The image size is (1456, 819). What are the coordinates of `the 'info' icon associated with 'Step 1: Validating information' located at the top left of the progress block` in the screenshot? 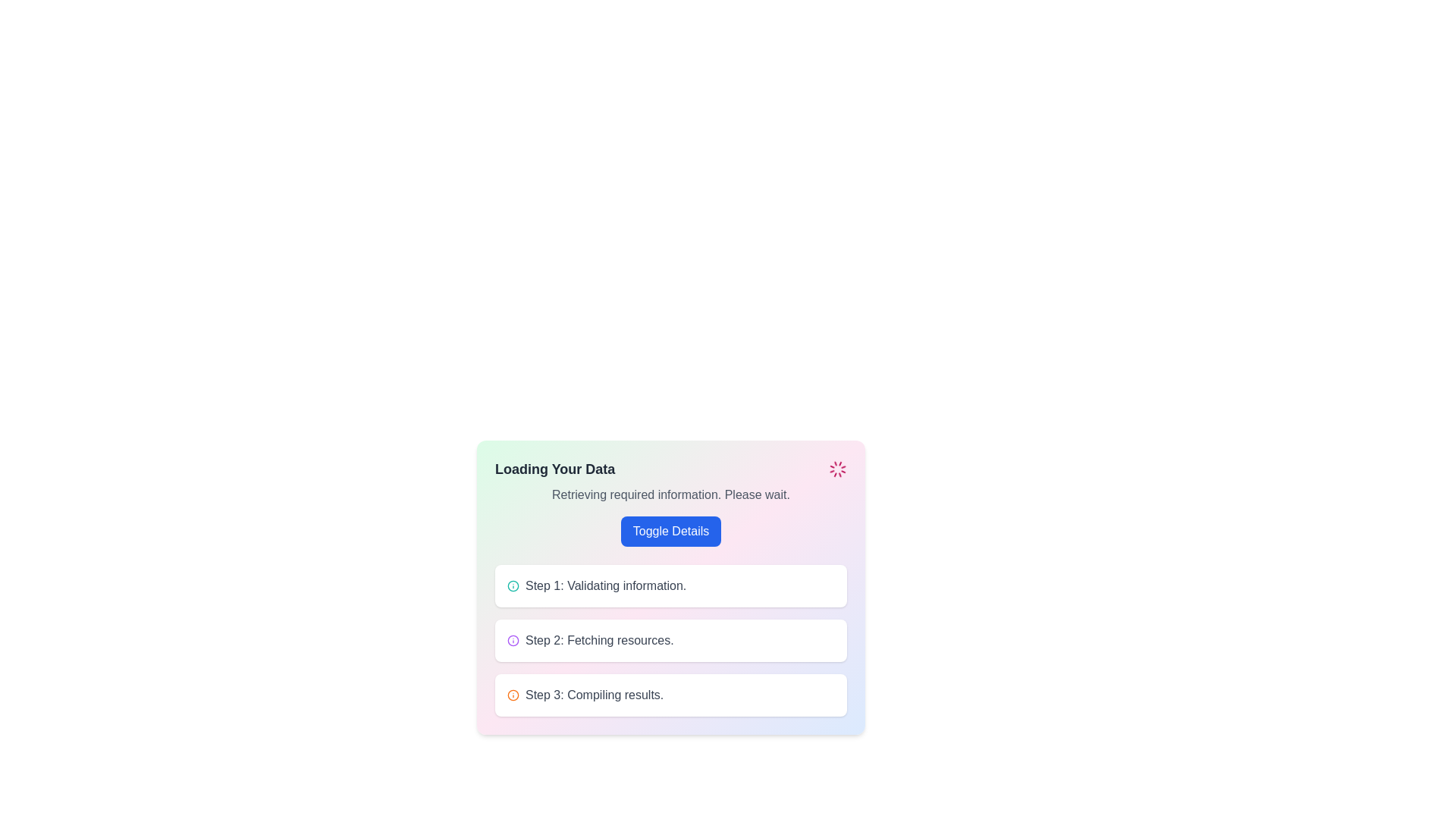 It's located at (513, 585).